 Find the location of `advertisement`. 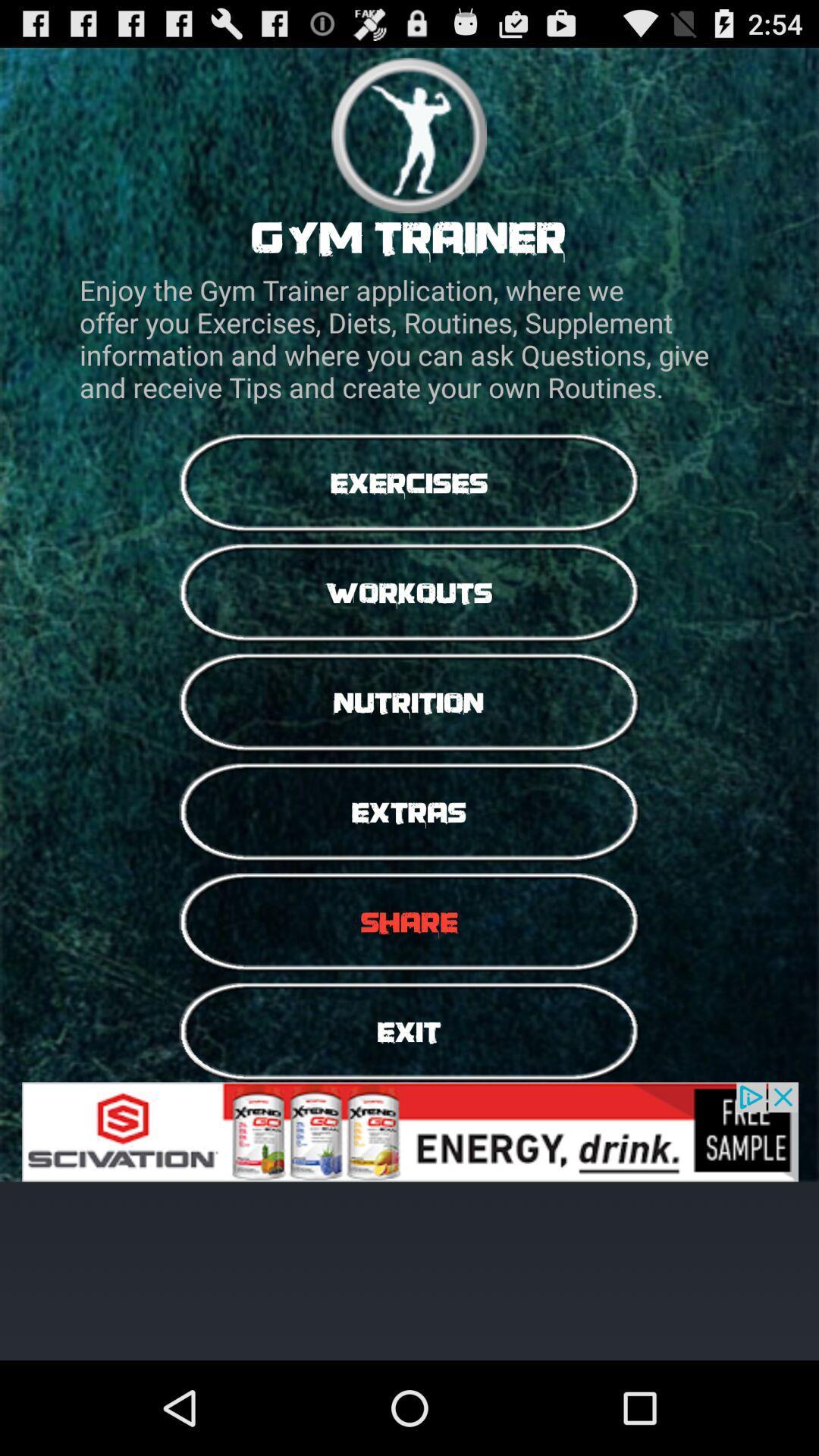

advertisement is located at coordinates (409, 1131).